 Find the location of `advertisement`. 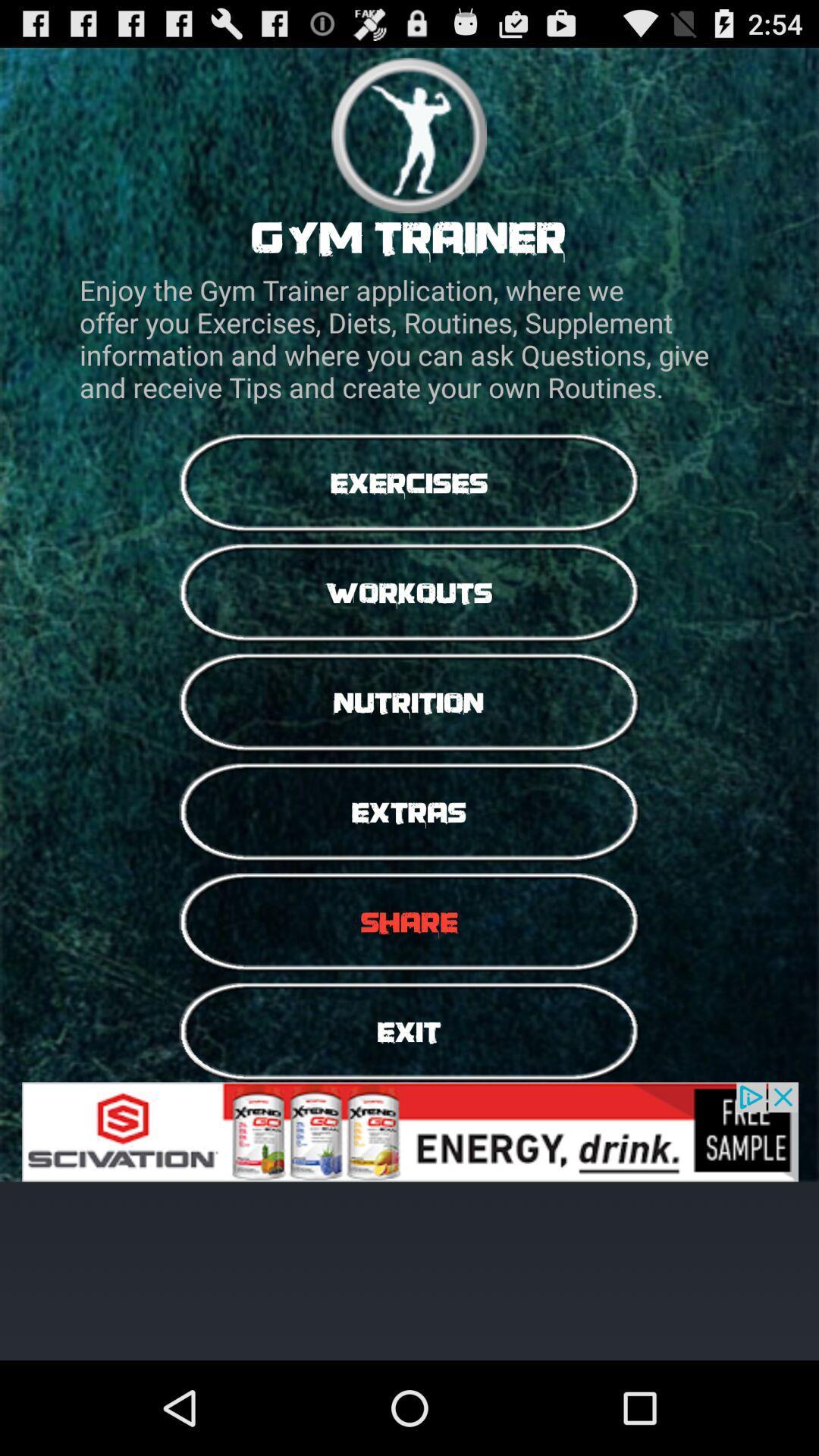

advertisement is located at coordinates (409, 1131).